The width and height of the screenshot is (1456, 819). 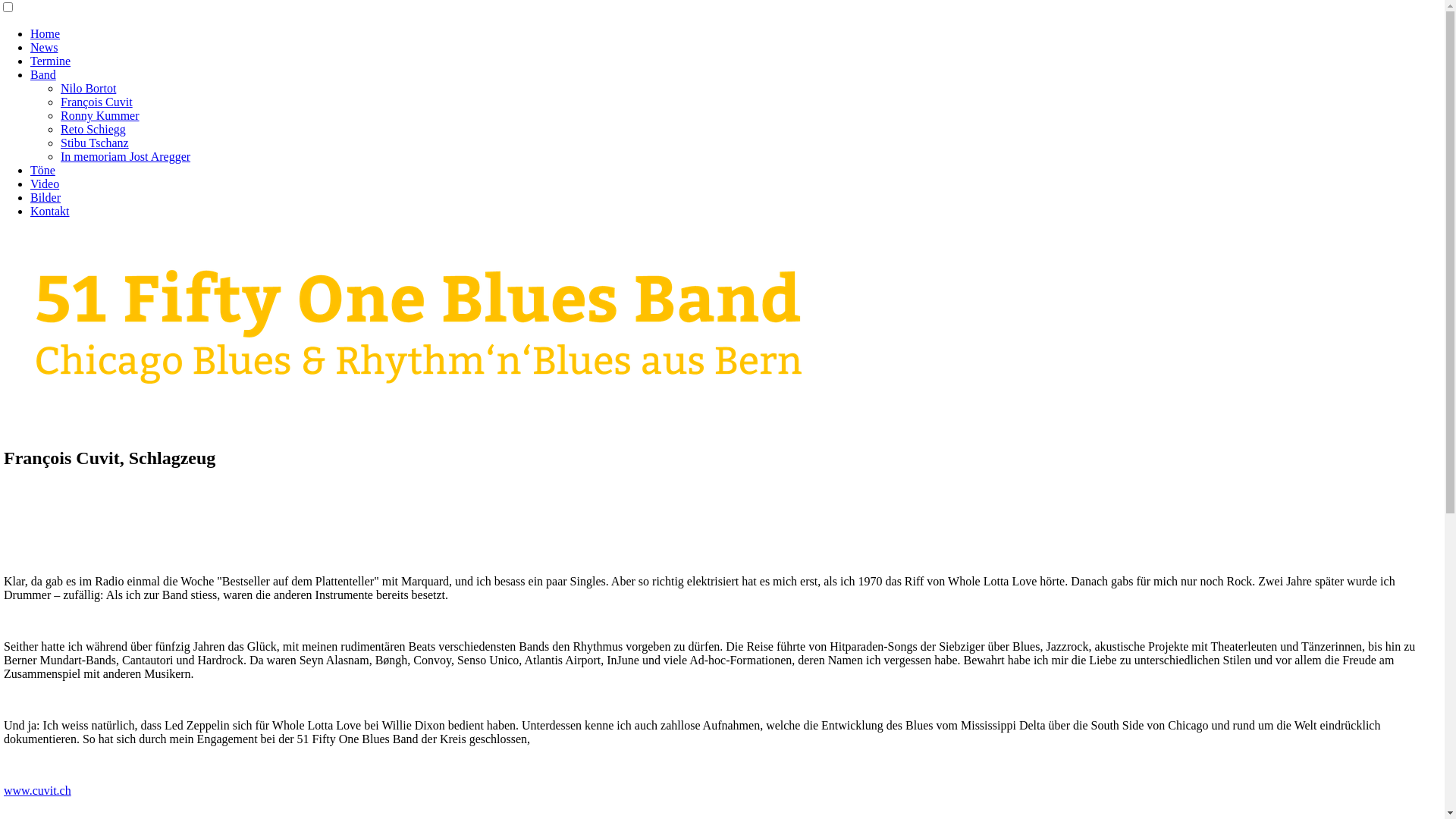 I want to click on 'Reto Schiegg', so click(x=93, y=128).